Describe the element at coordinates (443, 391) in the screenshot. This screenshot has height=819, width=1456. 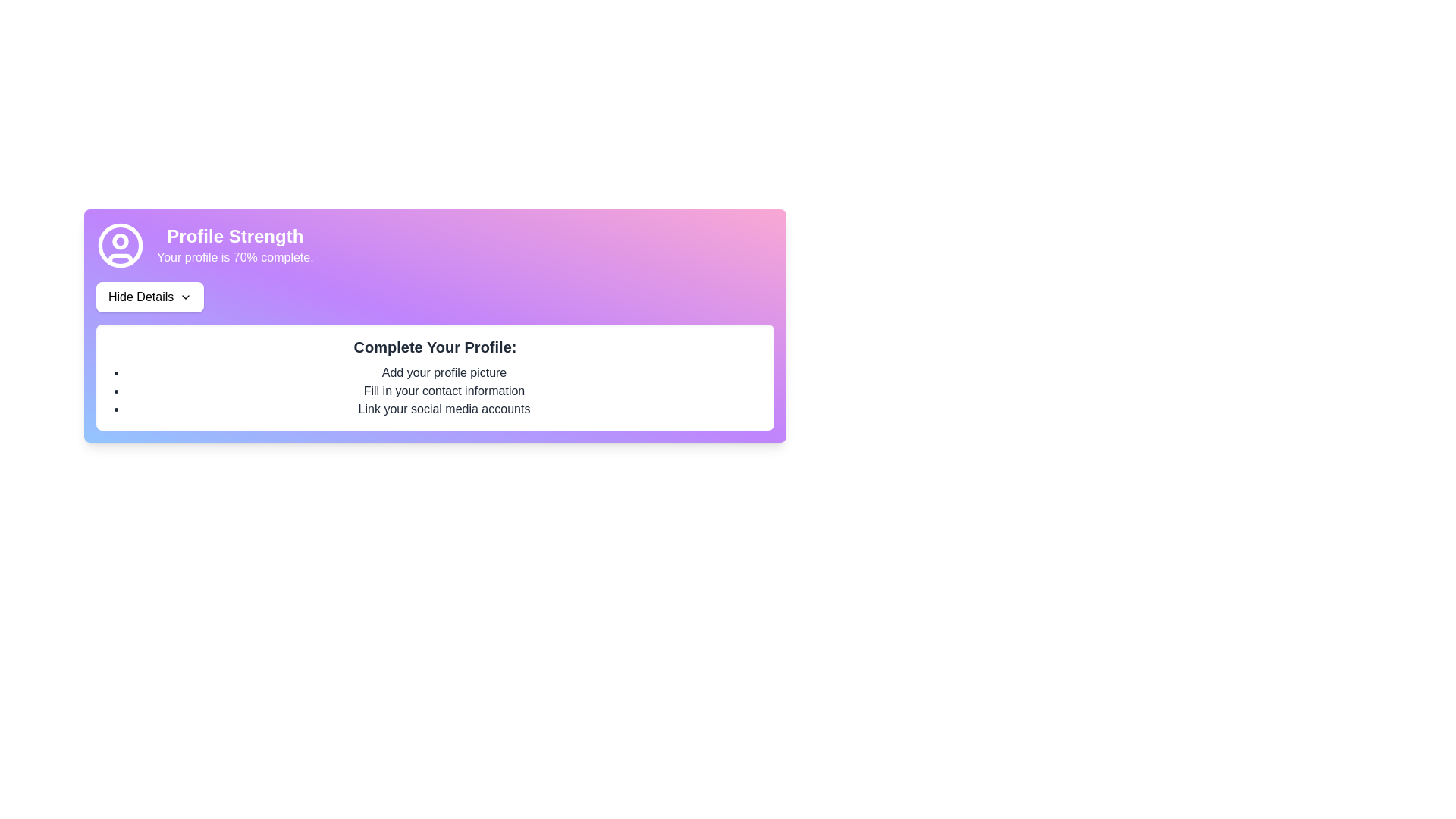
I see `the individual items of the unordered list that contains the tasks 'Add your profile picture,' 'Fill in your contact information,' and 'Link your social media accounts.'` at that location.